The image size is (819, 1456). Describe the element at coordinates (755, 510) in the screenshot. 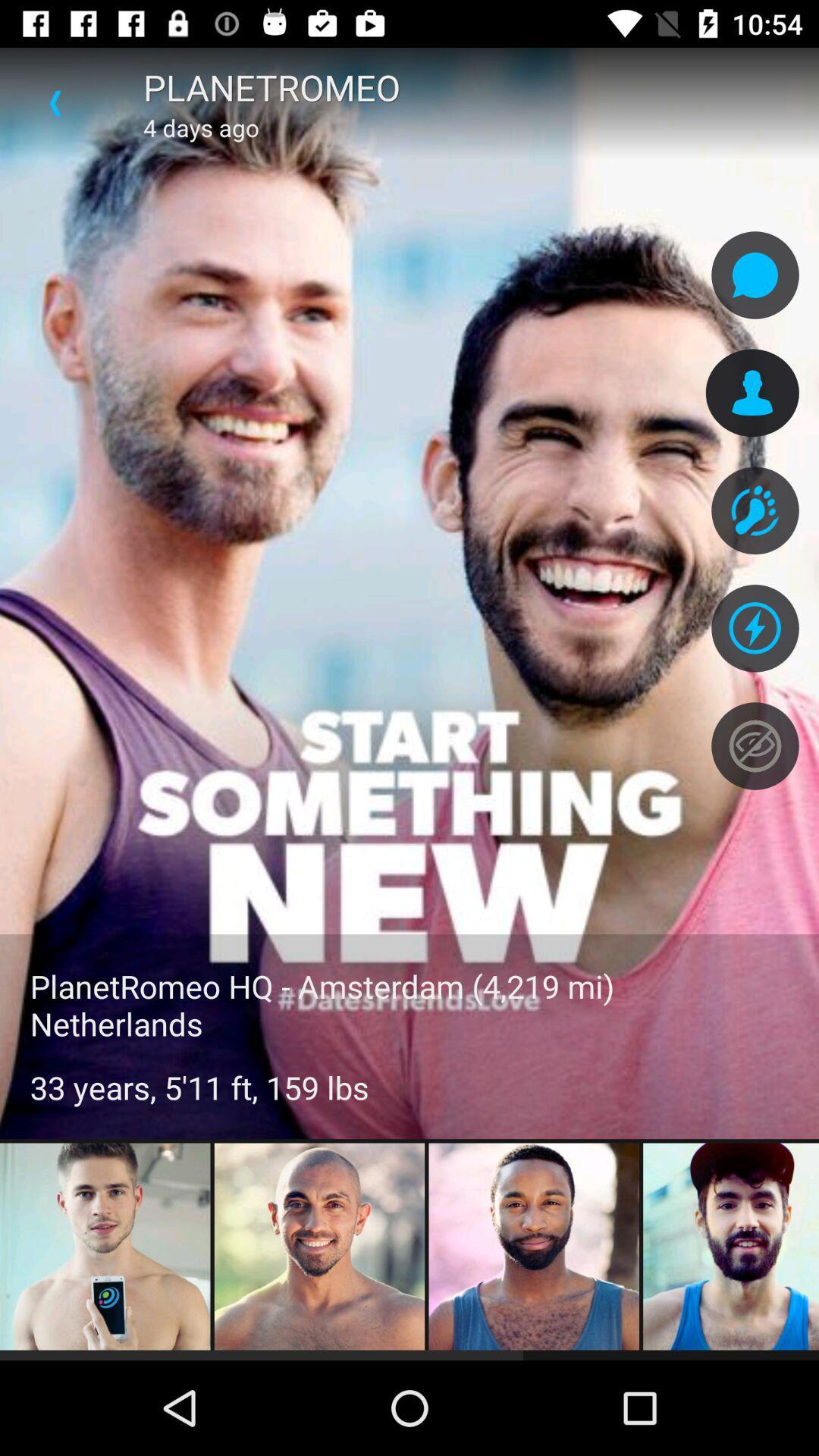

I see `the avatar icon` at that location.